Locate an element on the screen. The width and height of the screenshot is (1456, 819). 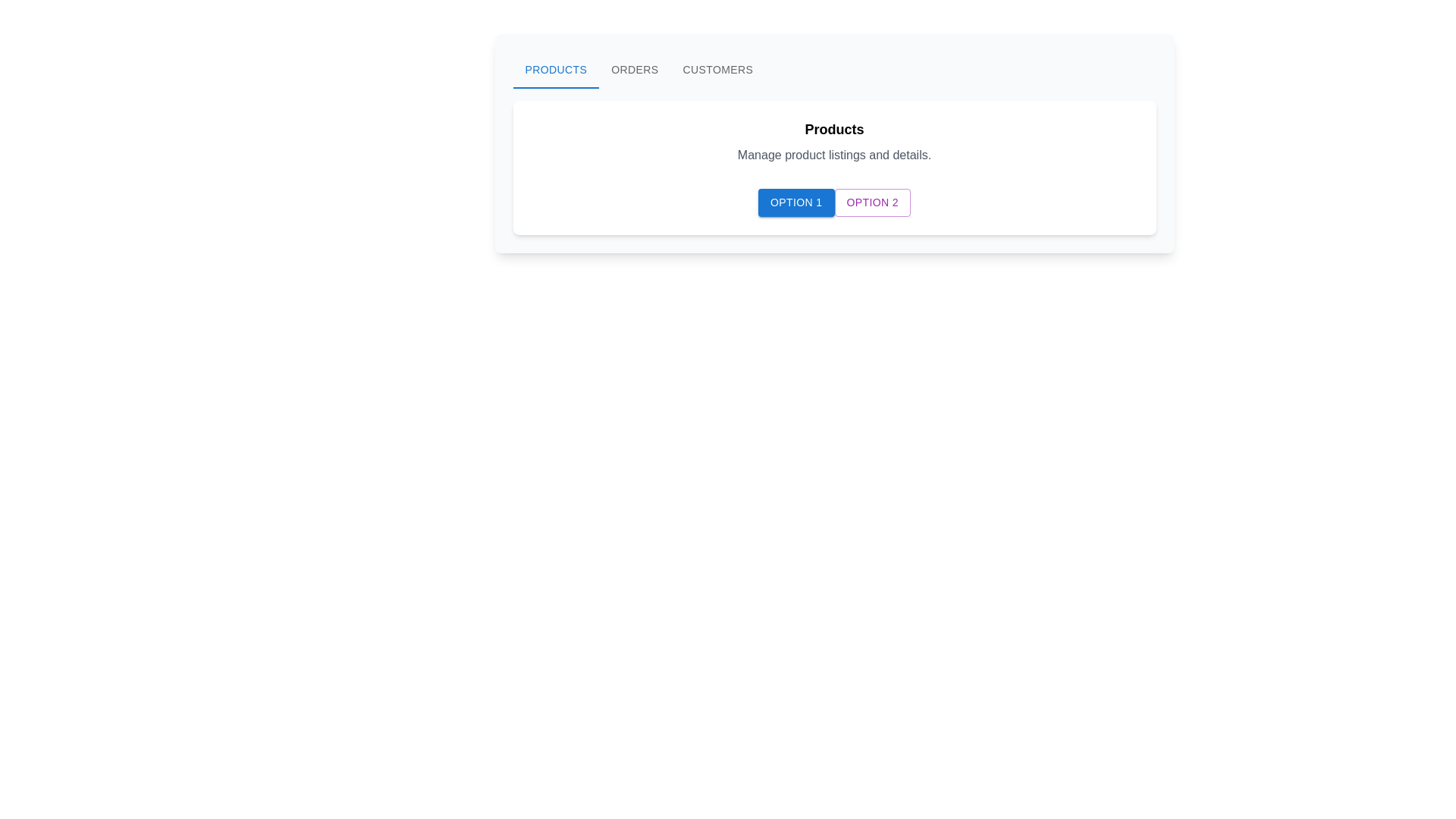
the 'Option 2' button located in the central lower section of the card layout is located at coordinates (872, 202).